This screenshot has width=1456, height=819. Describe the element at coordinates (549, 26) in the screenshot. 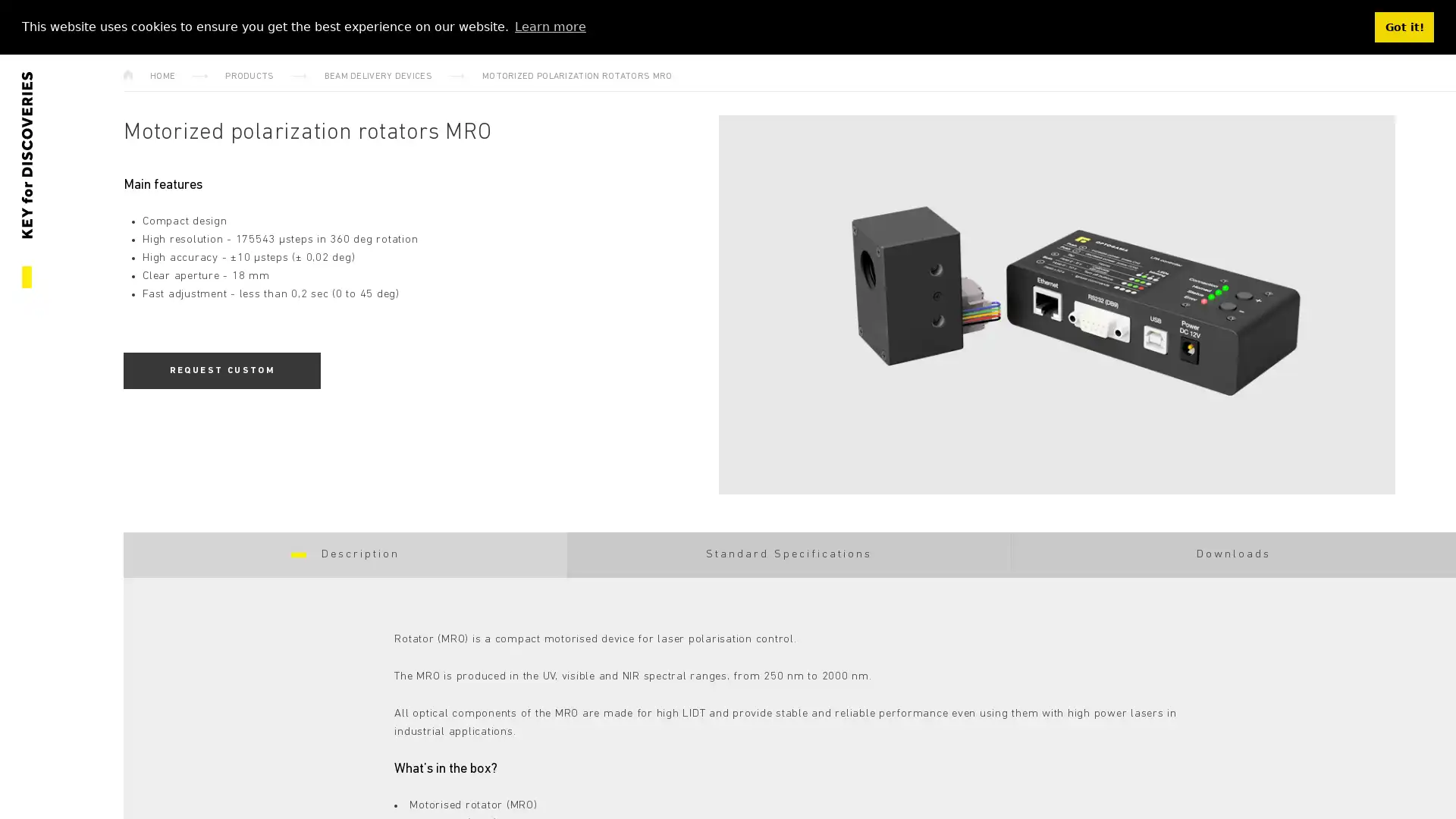

I see `learn more about cookies` at that location.